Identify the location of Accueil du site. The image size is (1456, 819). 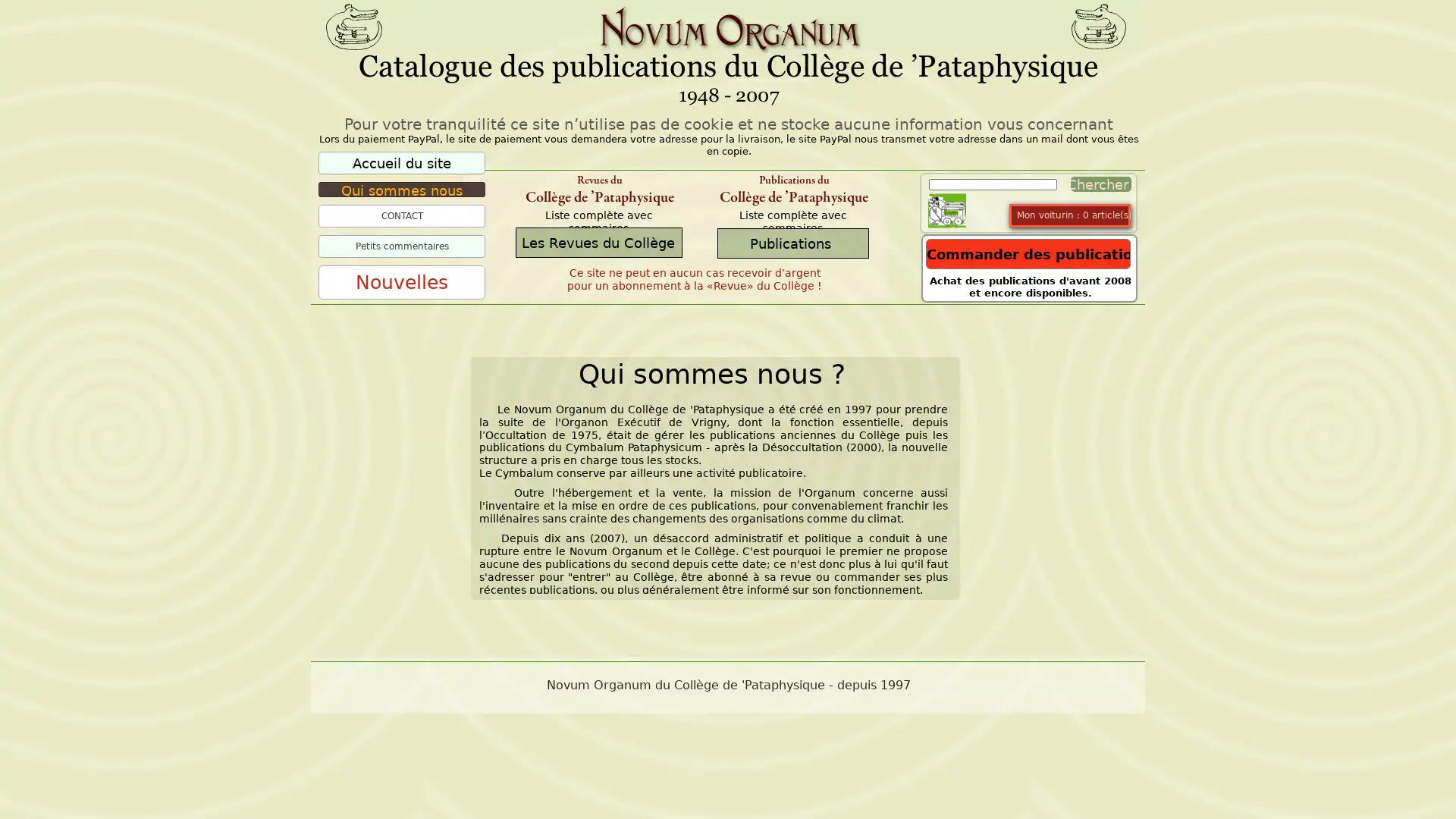
(401, 163).